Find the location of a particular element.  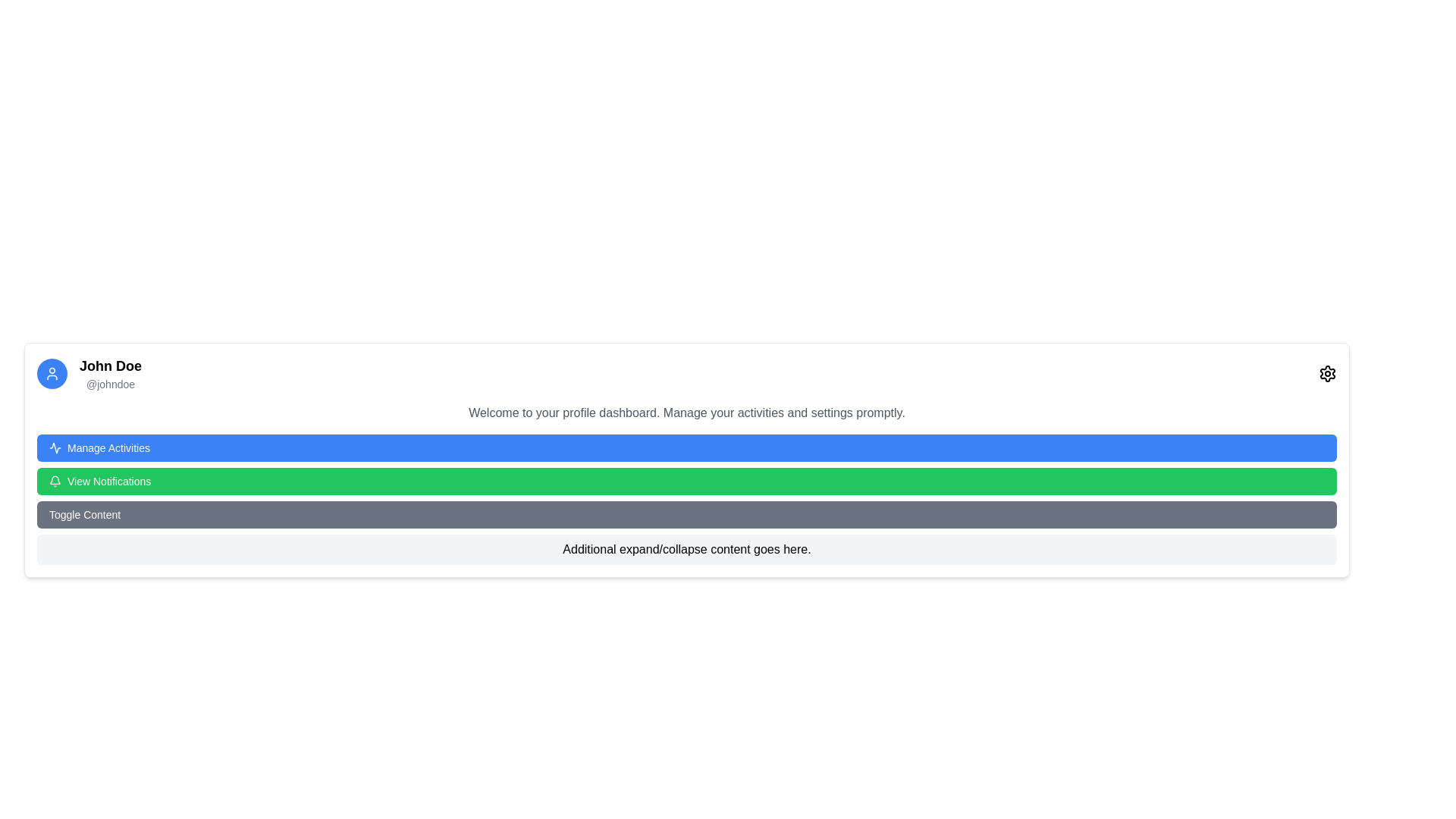

the bell icon within the green 'View Notifications' button, which has an outlined design without fill, indicating notifications is located at coordinates (55, 480).